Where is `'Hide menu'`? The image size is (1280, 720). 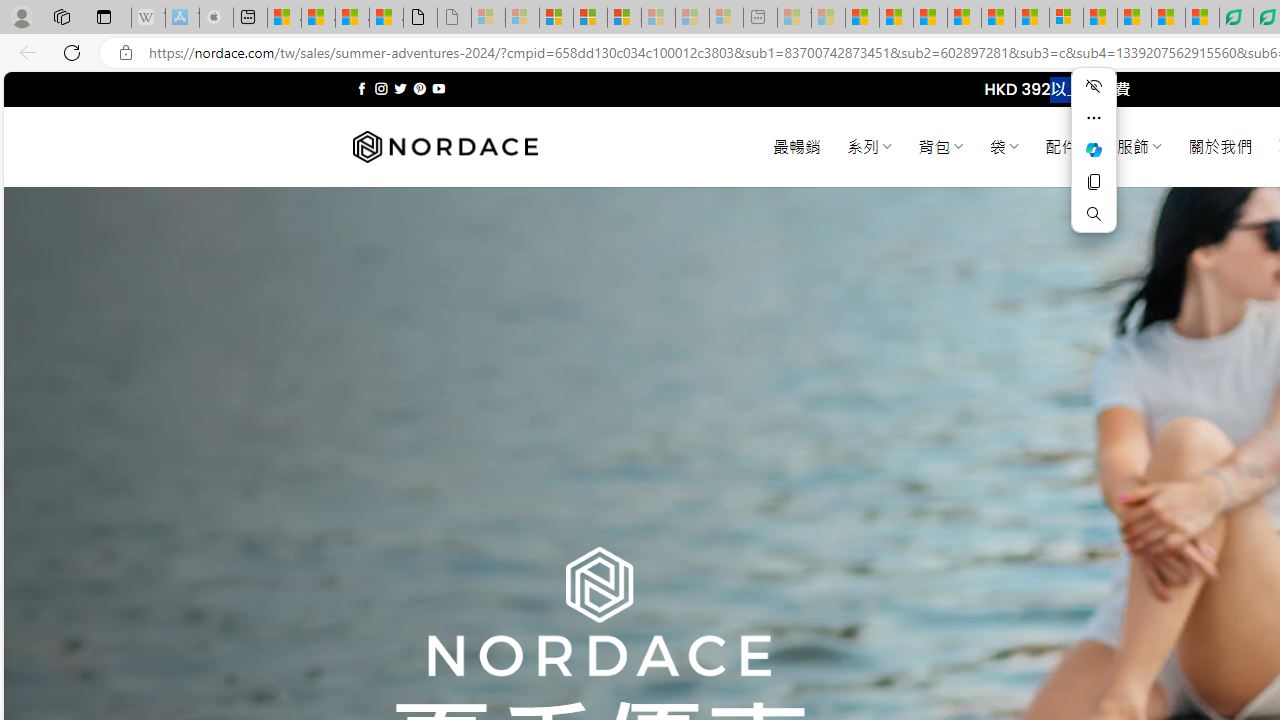 'Hide menu' is located at coordinates (1093, 85).